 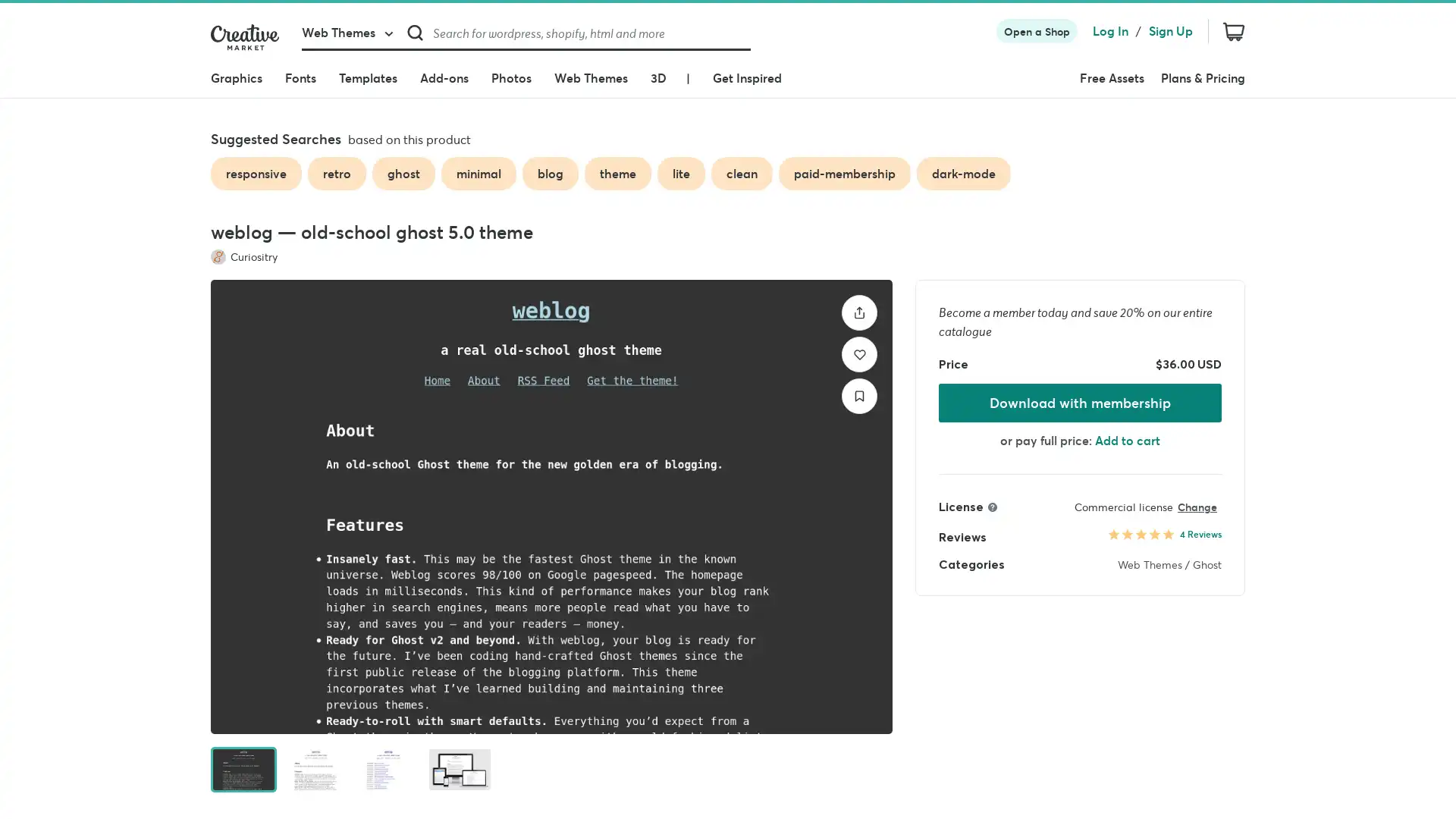 I want to click on Like, so click(x=859, y=353).